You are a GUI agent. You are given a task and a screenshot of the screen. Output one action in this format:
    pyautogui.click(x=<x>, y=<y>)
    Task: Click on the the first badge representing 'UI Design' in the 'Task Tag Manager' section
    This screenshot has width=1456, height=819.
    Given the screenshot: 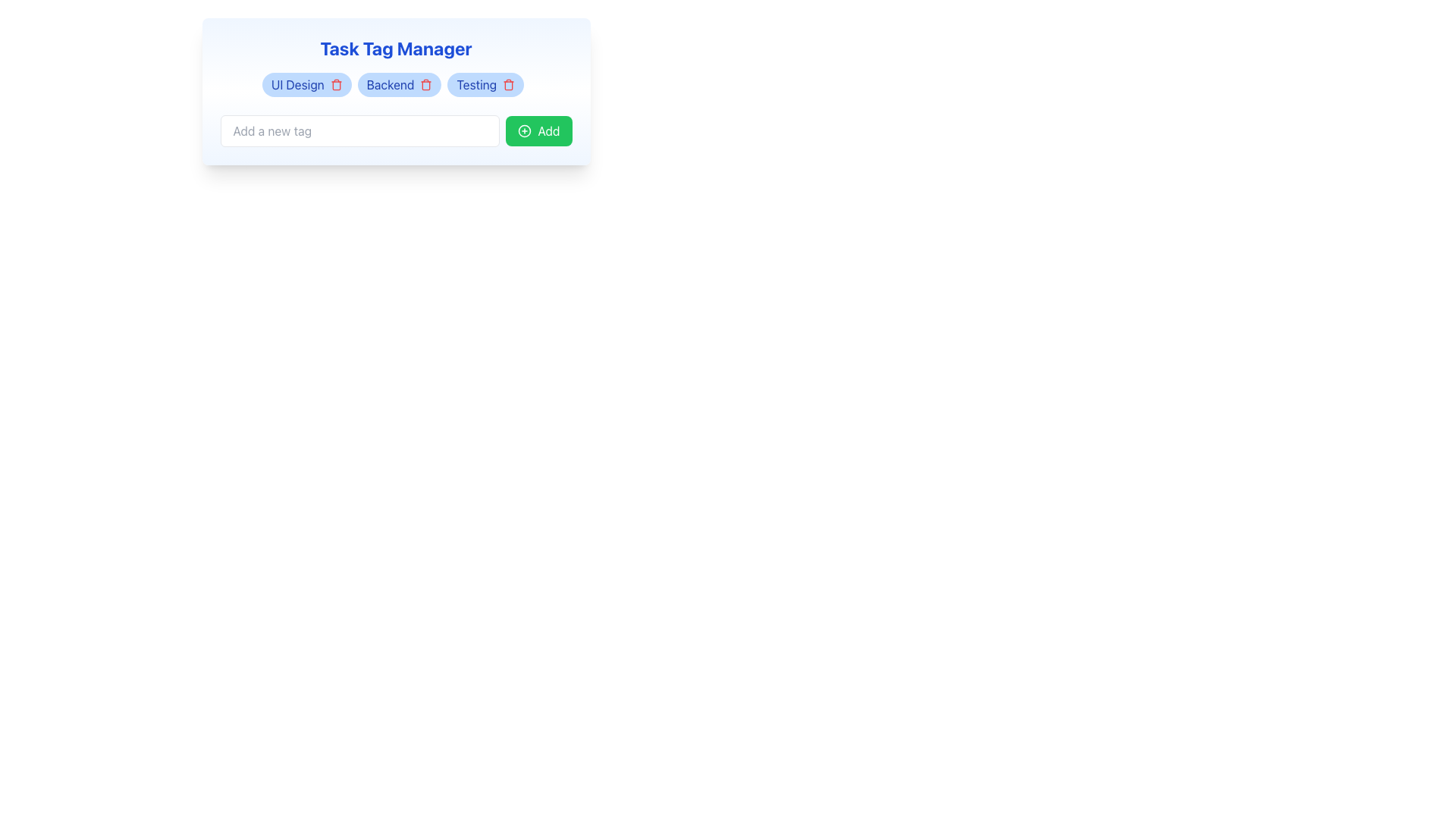 What is the action you would take?
    pyautogui.click(x=306, y=84)
    